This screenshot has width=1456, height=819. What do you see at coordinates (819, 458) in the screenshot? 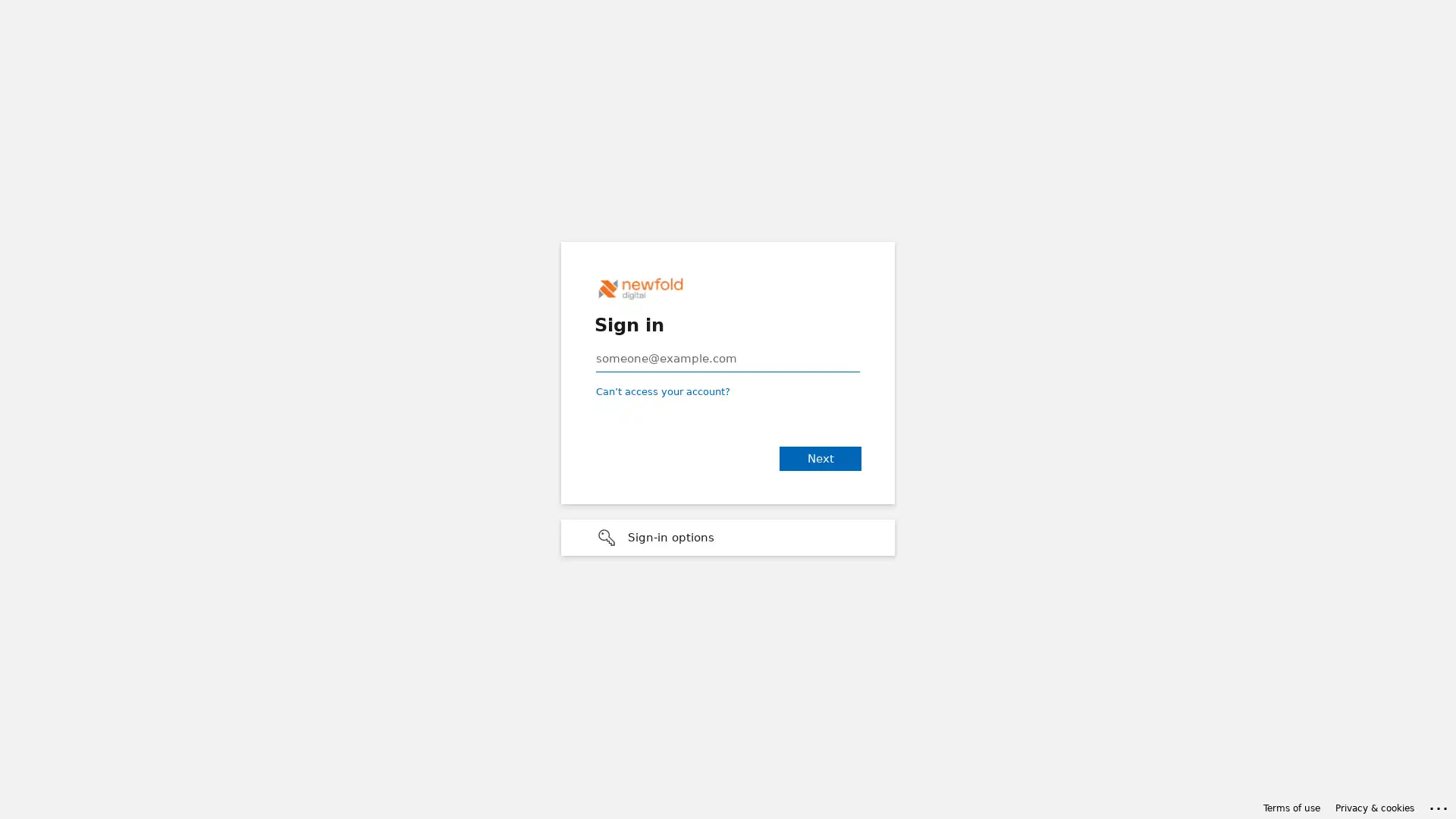
I see `Next` at bounding box center [819, 458].